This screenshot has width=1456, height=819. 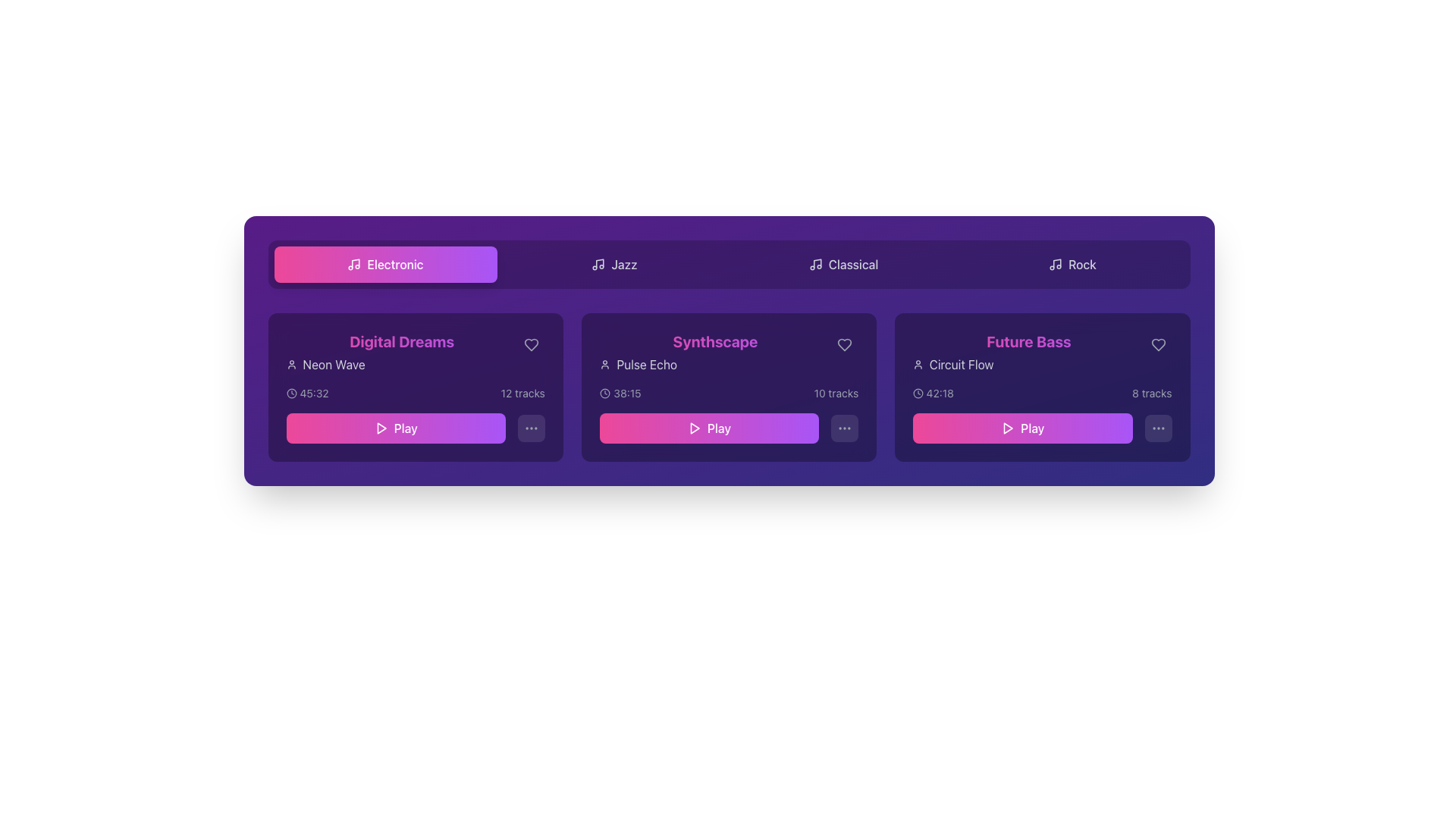 What do you see at coordinates (918, 393) in the screenshot?
I see `the small, circular clock icon that is part of the time-display feature in the 'Future Bass' section under the 'Circuit Flow' album card` at bounding box center [918, 393].